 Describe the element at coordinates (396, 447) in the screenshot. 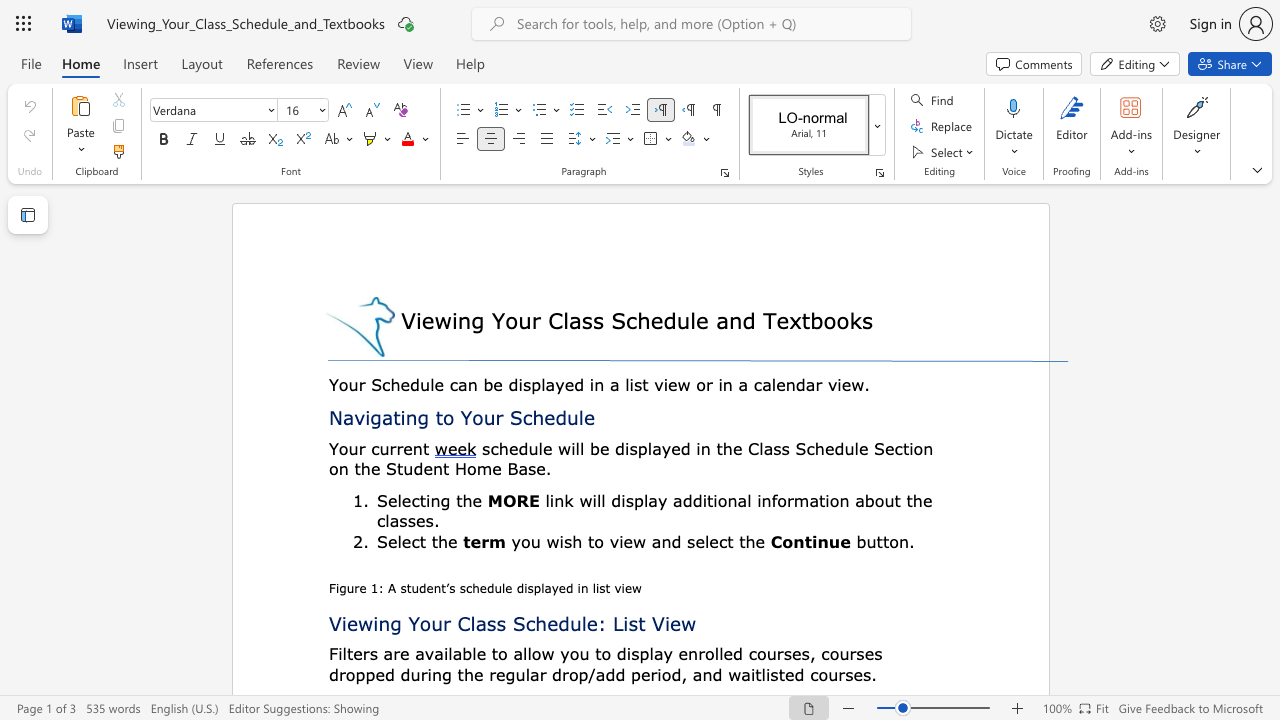

I see `the subset text "re" within the text "Your current"` at that location.